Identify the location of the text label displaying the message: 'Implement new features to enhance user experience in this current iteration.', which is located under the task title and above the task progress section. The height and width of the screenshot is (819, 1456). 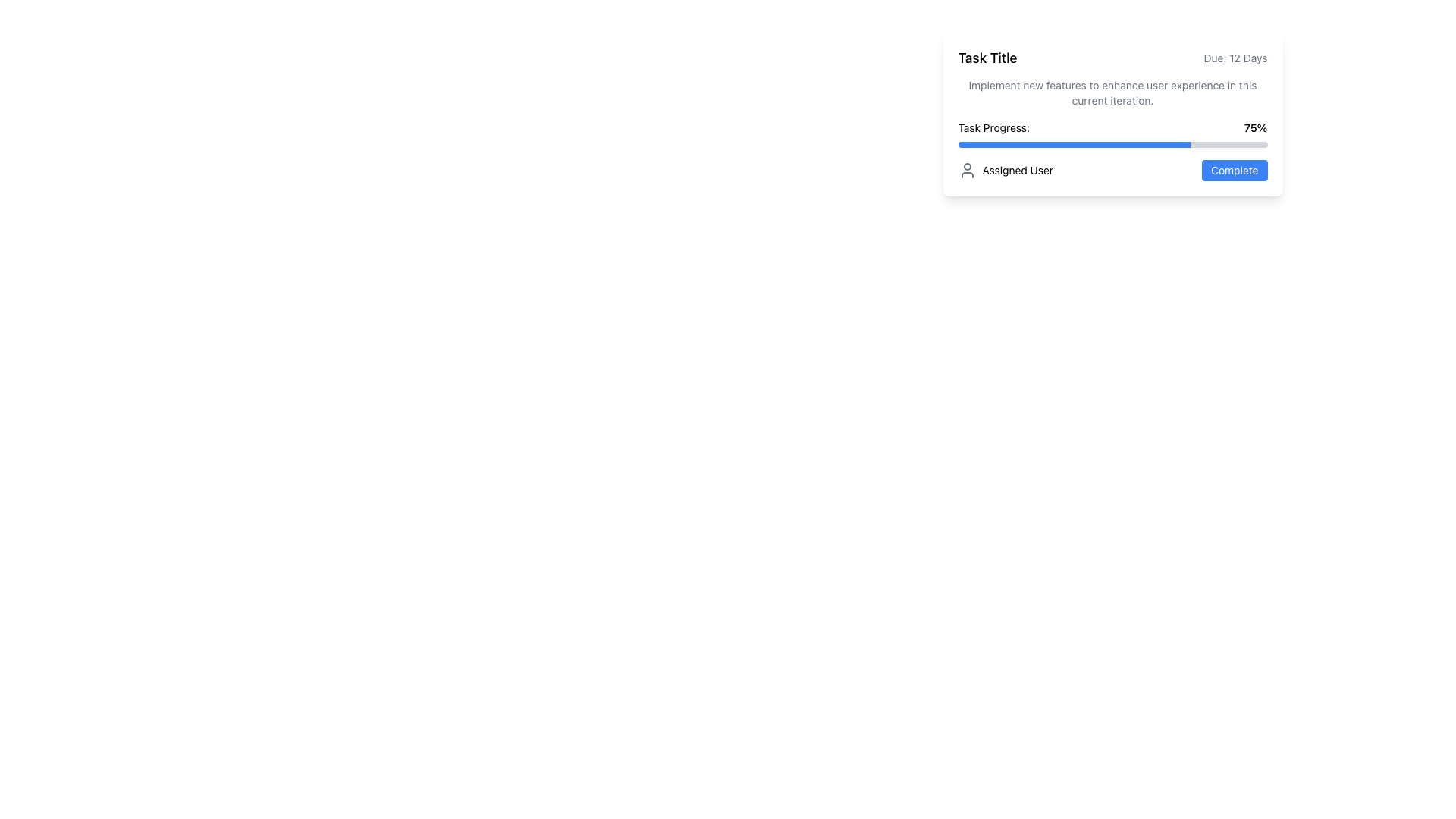
(1112, 93).